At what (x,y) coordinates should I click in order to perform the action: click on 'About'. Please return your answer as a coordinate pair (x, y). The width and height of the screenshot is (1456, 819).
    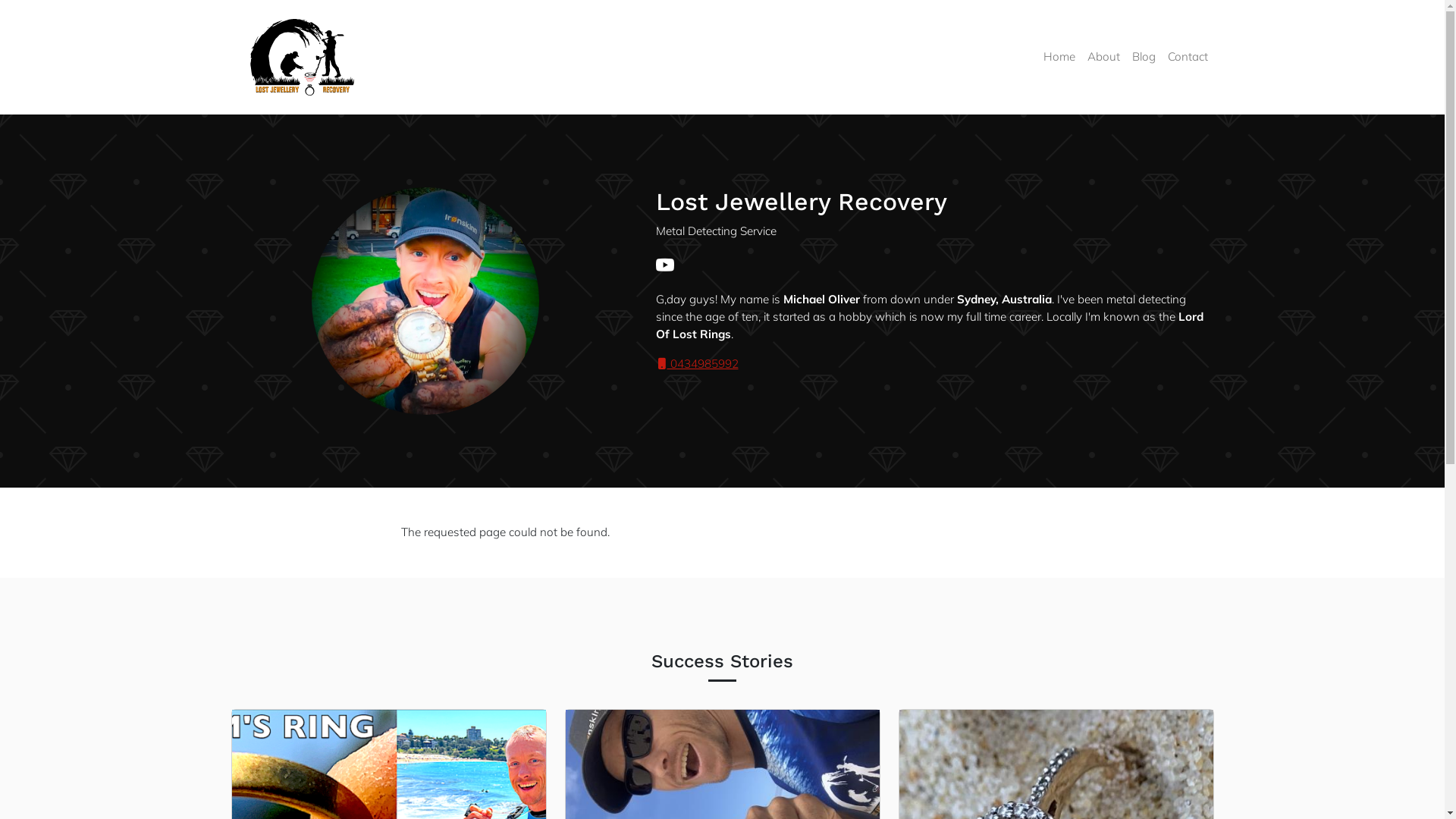
    Looking at the image, I should click on (1103, 56).